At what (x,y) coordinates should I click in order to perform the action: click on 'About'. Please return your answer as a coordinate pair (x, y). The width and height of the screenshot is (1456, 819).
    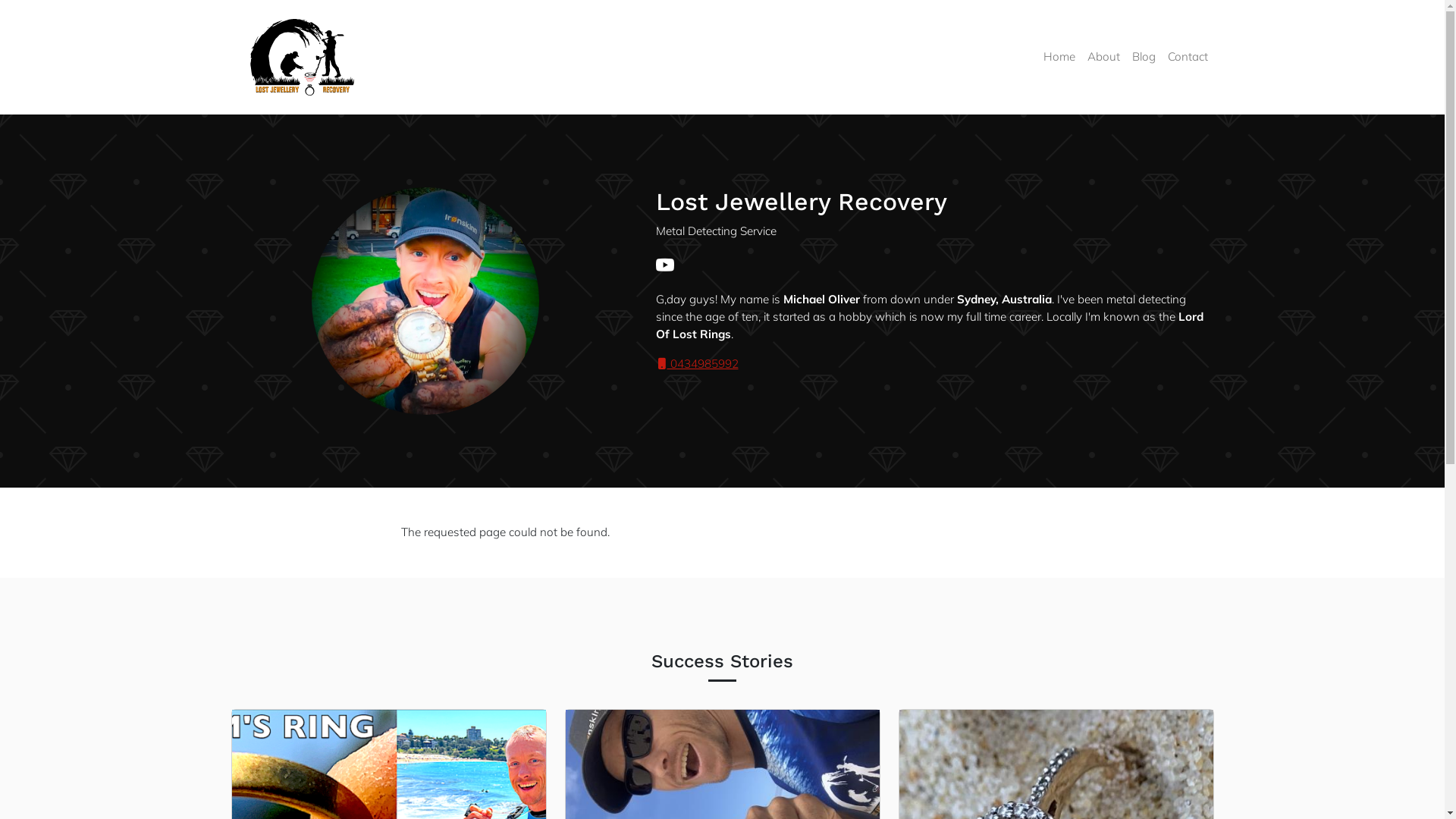
    Looking at the image, I should click on (1103, 56).